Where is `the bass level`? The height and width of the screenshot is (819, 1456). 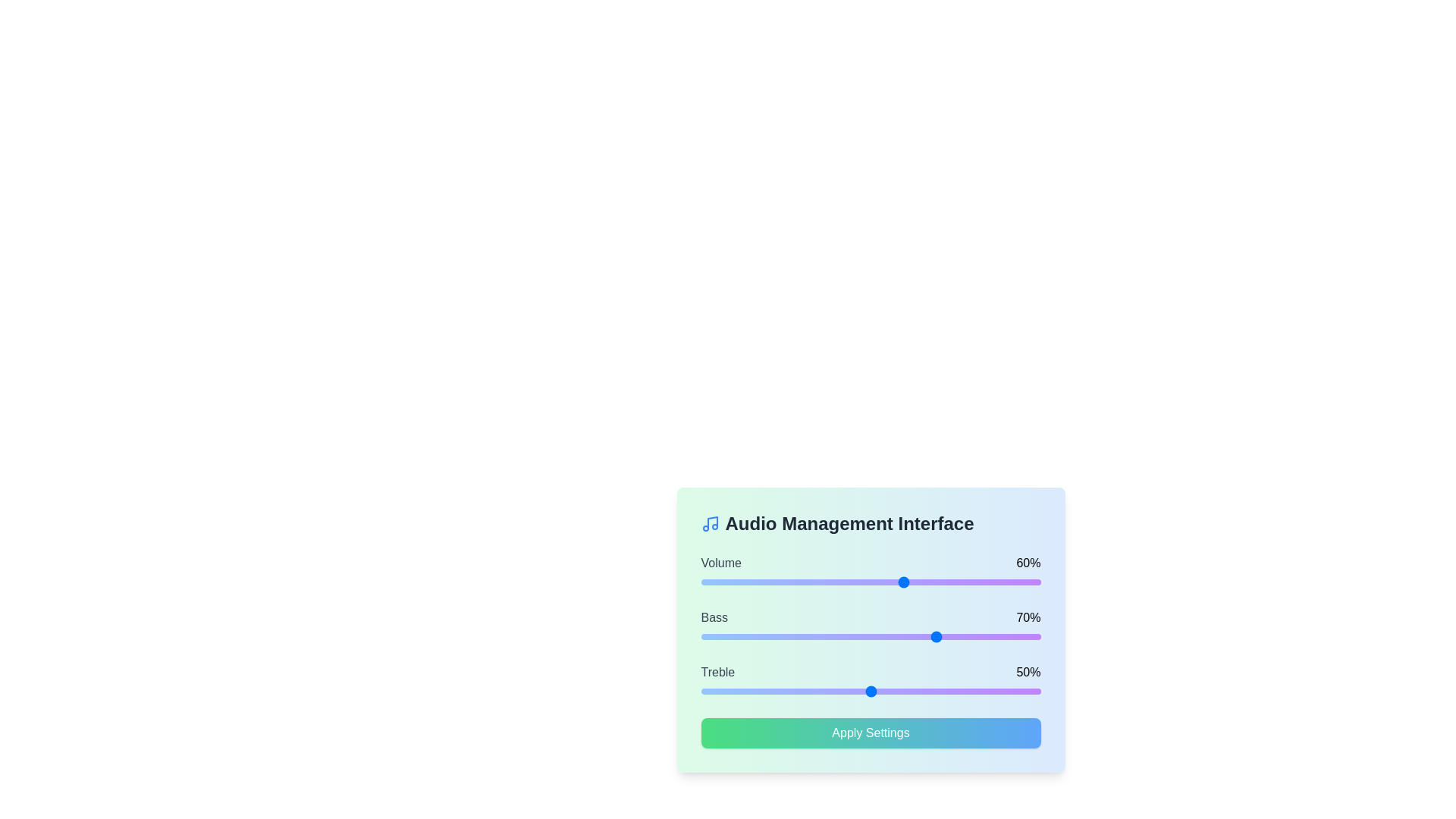
the bass level is located at coordinates (962, 637).